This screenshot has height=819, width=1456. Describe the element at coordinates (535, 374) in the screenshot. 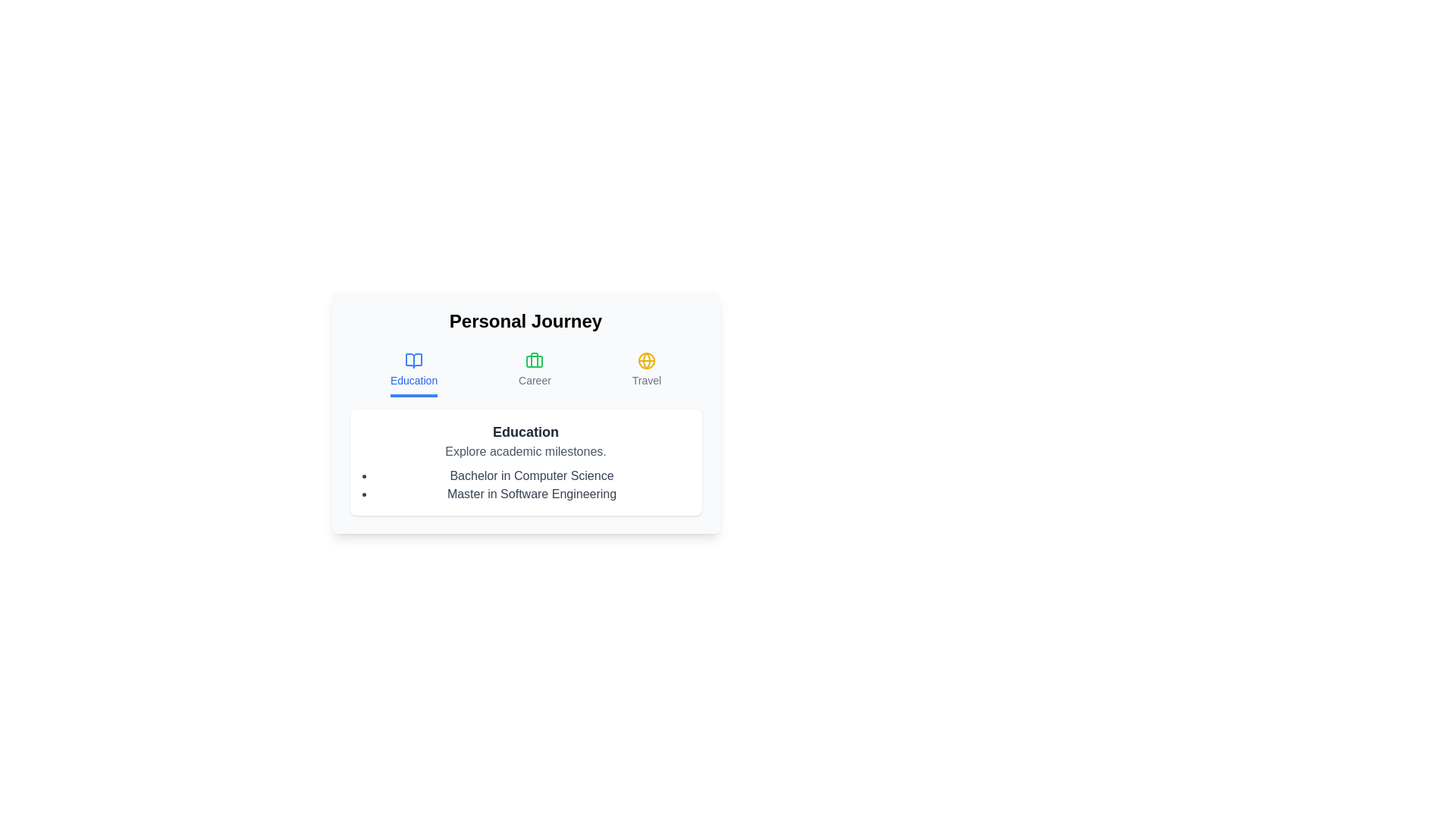

I see `the 'Career' tab, which is the second tab in a row of three, featuring a briefcase icon above the text styled in gray, to trigger visual feedback` at that location.